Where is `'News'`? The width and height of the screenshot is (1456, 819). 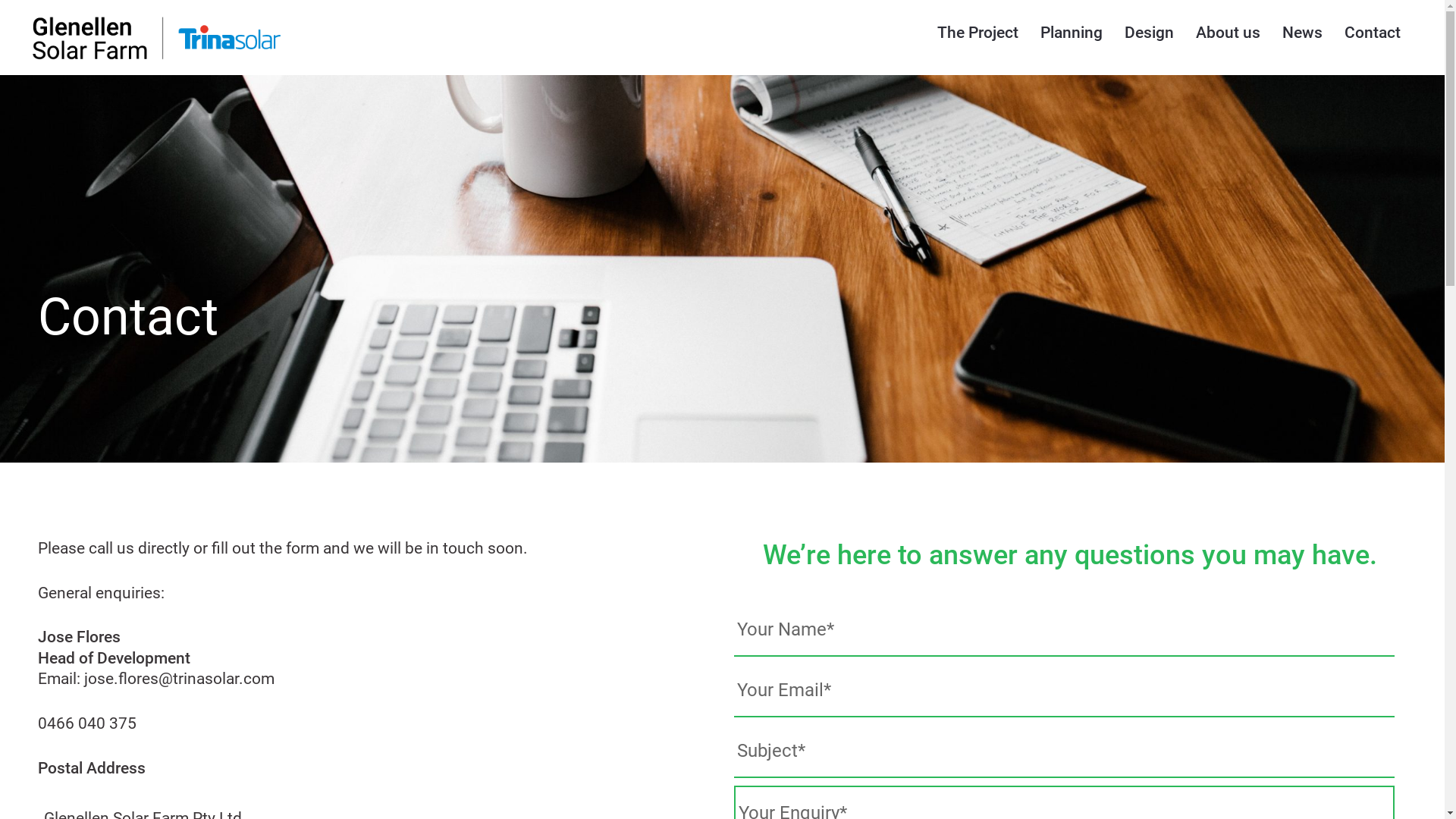
'News' is located at coordinates (1301, 32).